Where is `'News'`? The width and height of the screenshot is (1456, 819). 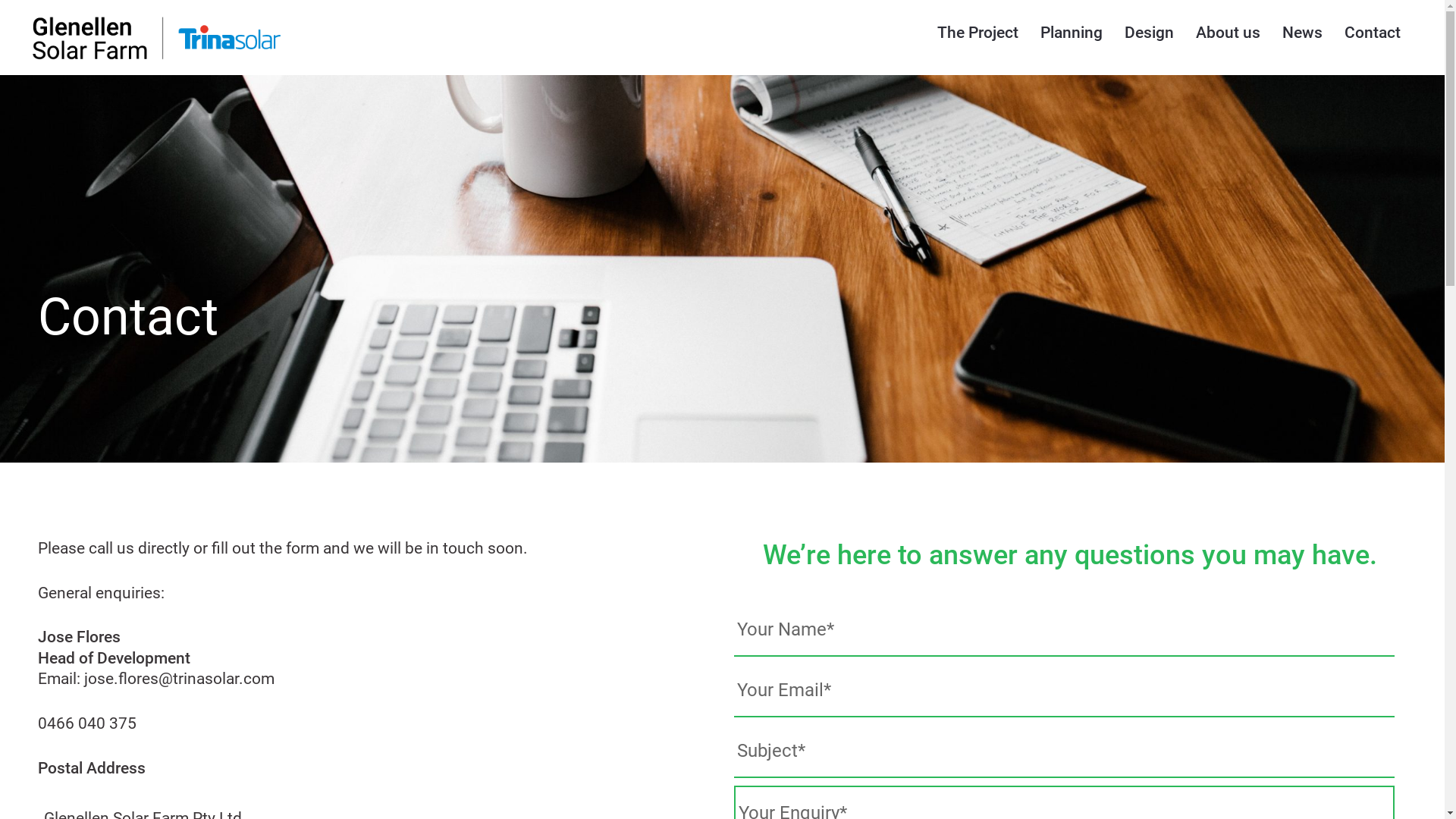
'News' is located at coordinates (1301, 32).